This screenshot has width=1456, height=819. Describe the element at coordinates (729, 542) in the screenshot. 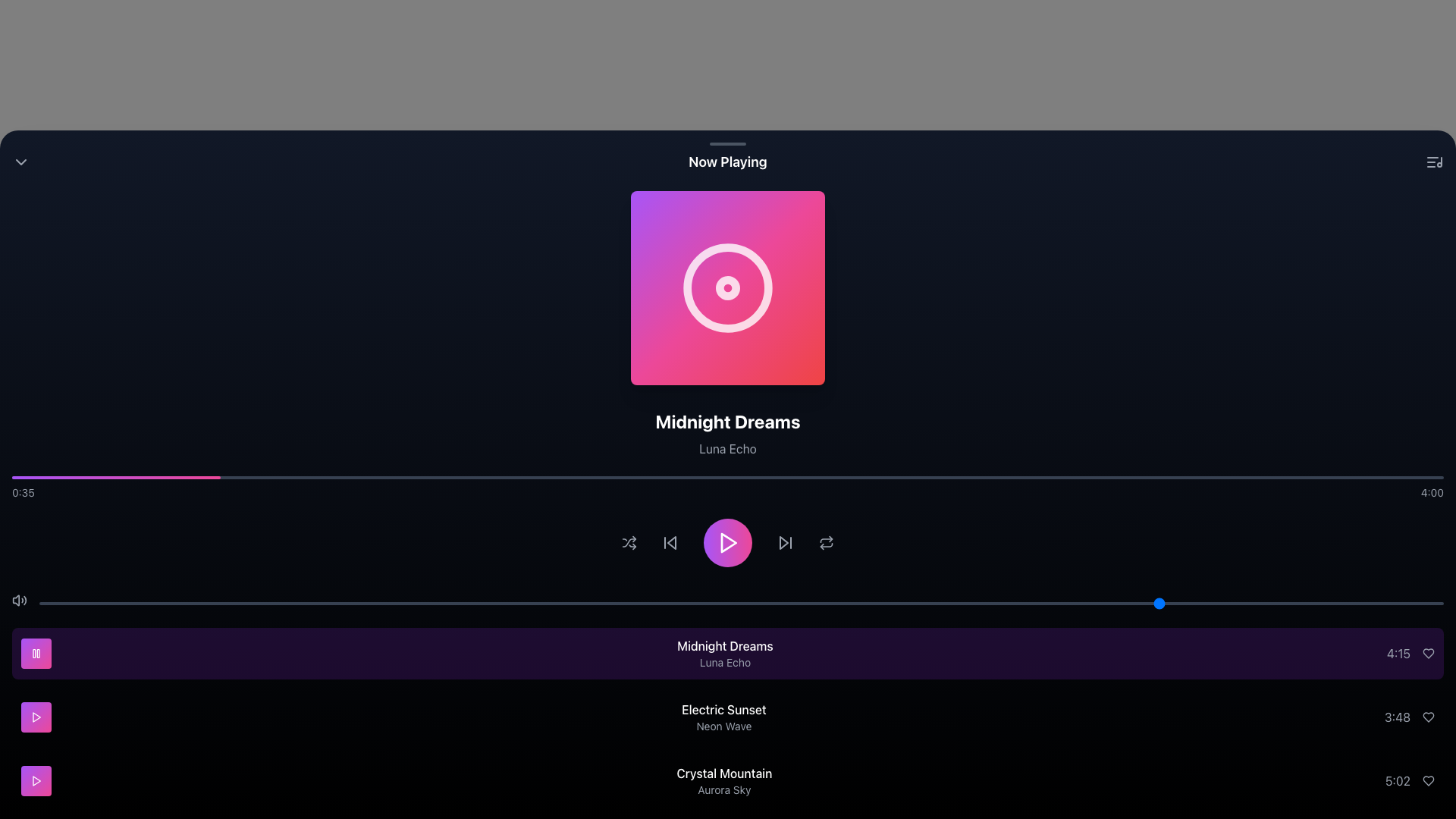

I see `the circular play icon located at the bottom center of the media player interface to play the media` at that location.